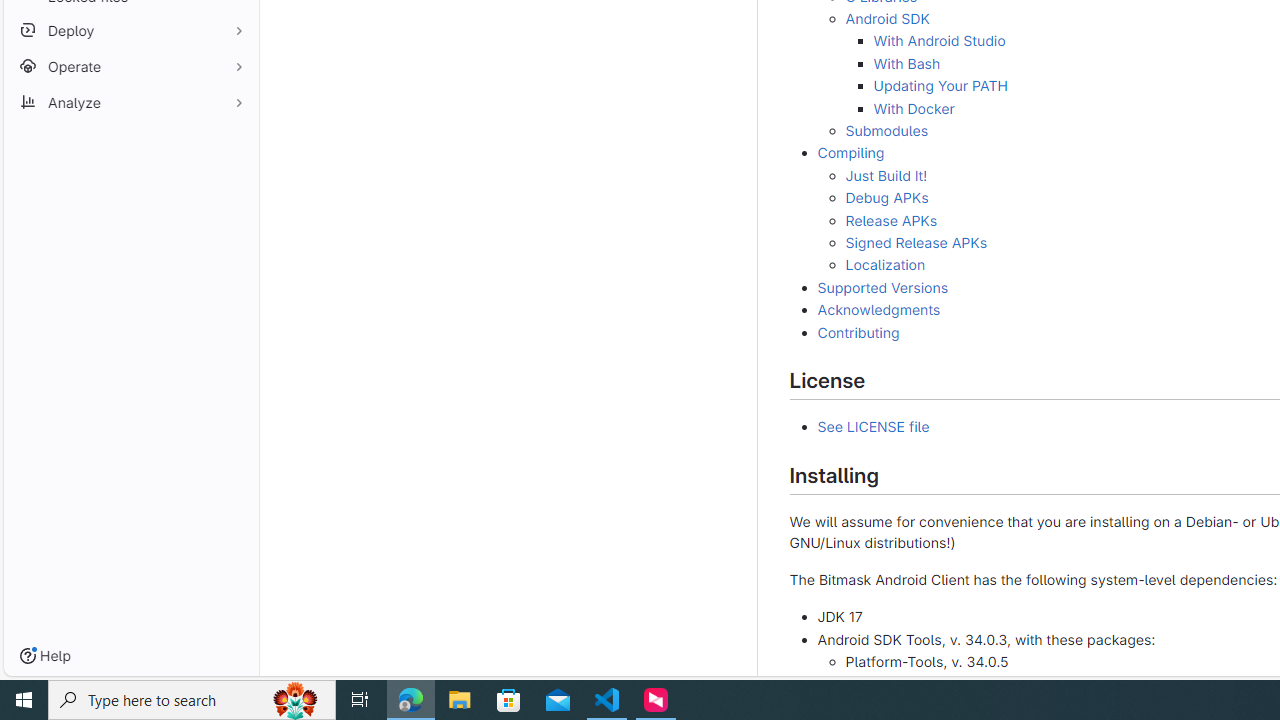 The height and width of the screenshot is (720, 1280). What do you see at coordinates (873, 426) in the screenshot?
I see `'See LICENSE file'` at bounding box center [873, 426].